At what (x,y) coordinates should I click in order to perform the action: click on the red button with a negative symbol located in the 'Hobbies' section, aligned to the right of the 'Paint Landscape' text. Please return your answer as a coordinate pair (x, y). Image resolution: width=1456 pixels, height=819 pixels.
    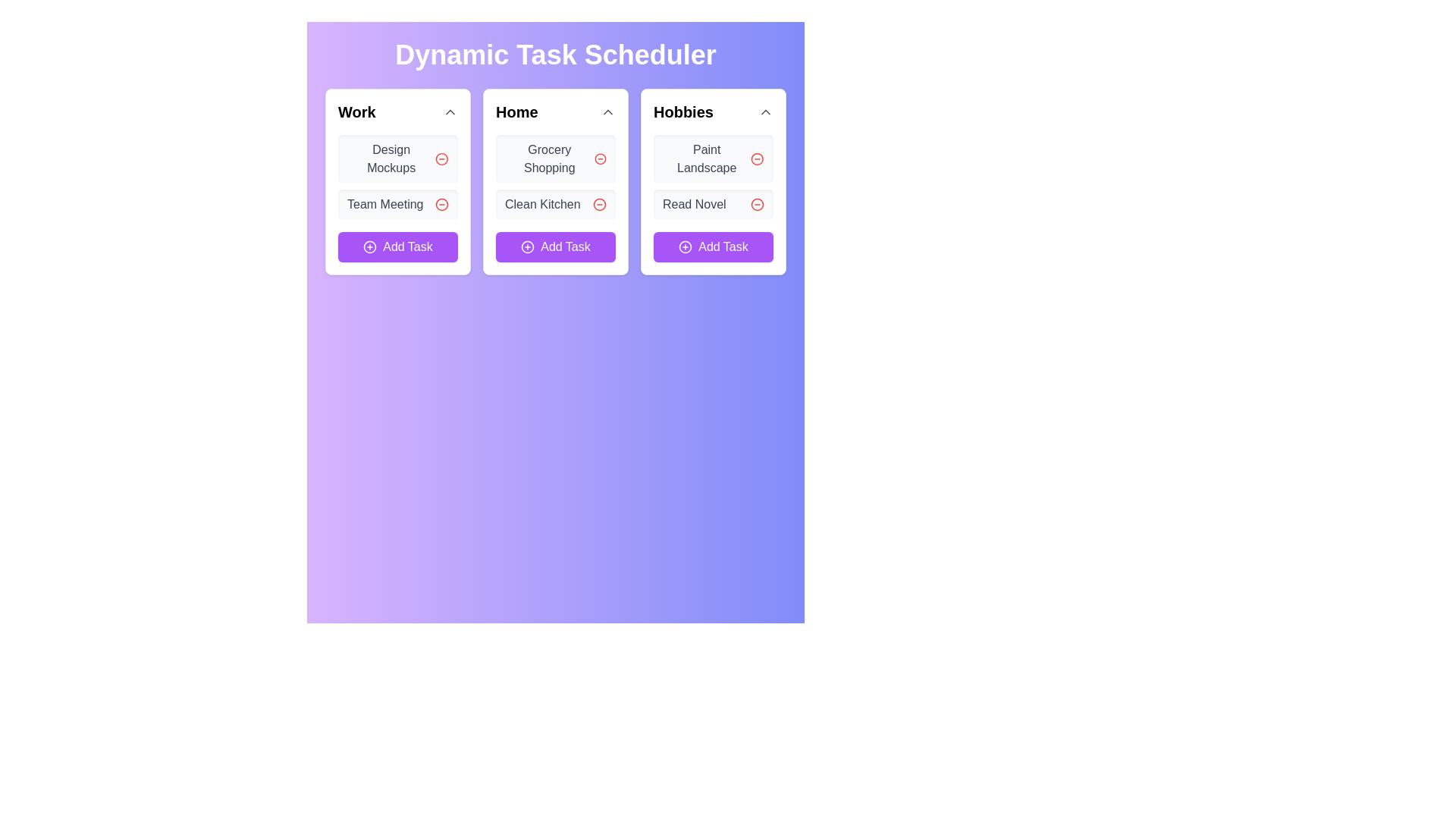
    Looking at the image, I should click on (758, 158).